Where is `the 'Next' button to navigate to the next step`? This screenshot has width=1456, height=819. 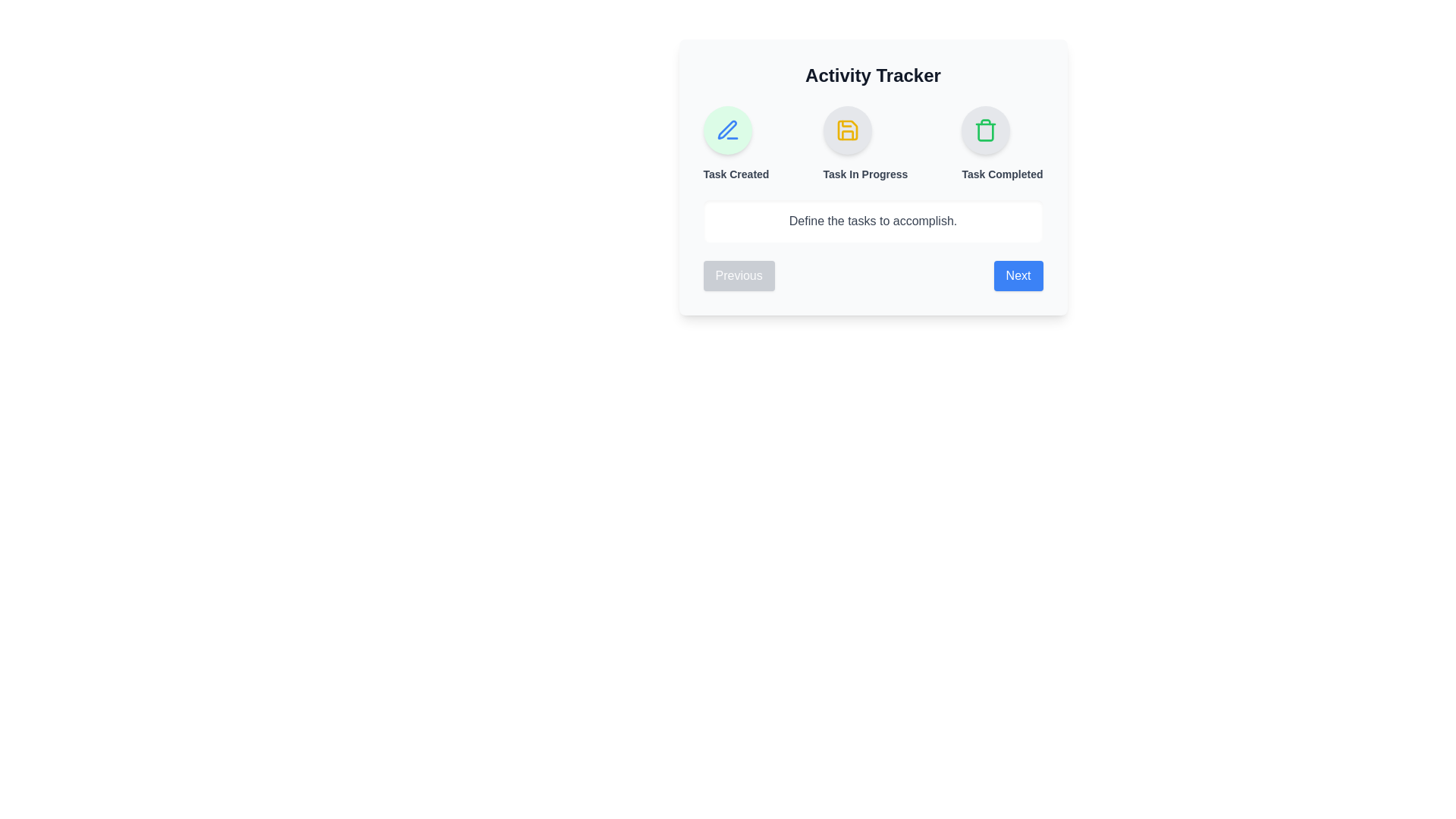
the 'Next' button to navigate to the next step is located at coordinates (1018, 275).